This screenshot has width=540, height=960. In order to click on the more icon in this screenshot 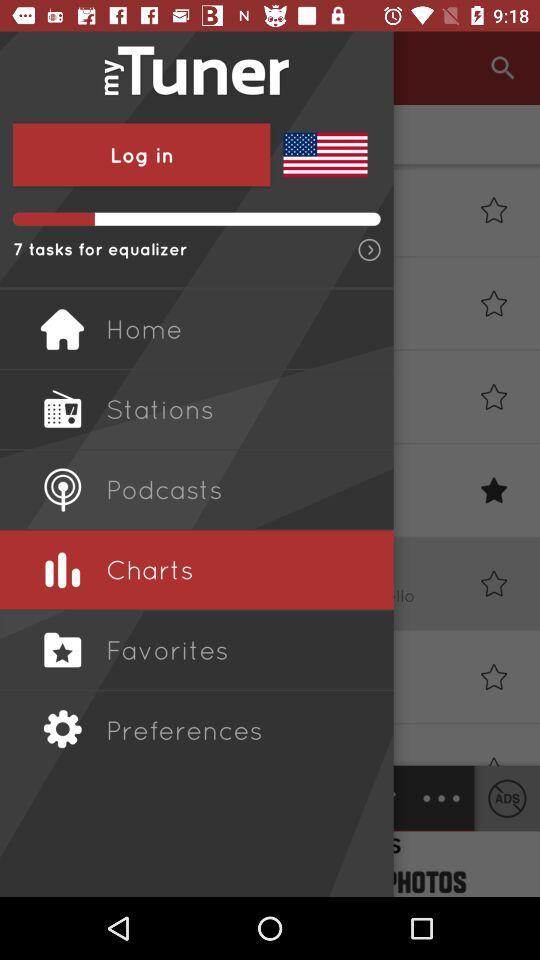, I will do `click(441, 798)`.